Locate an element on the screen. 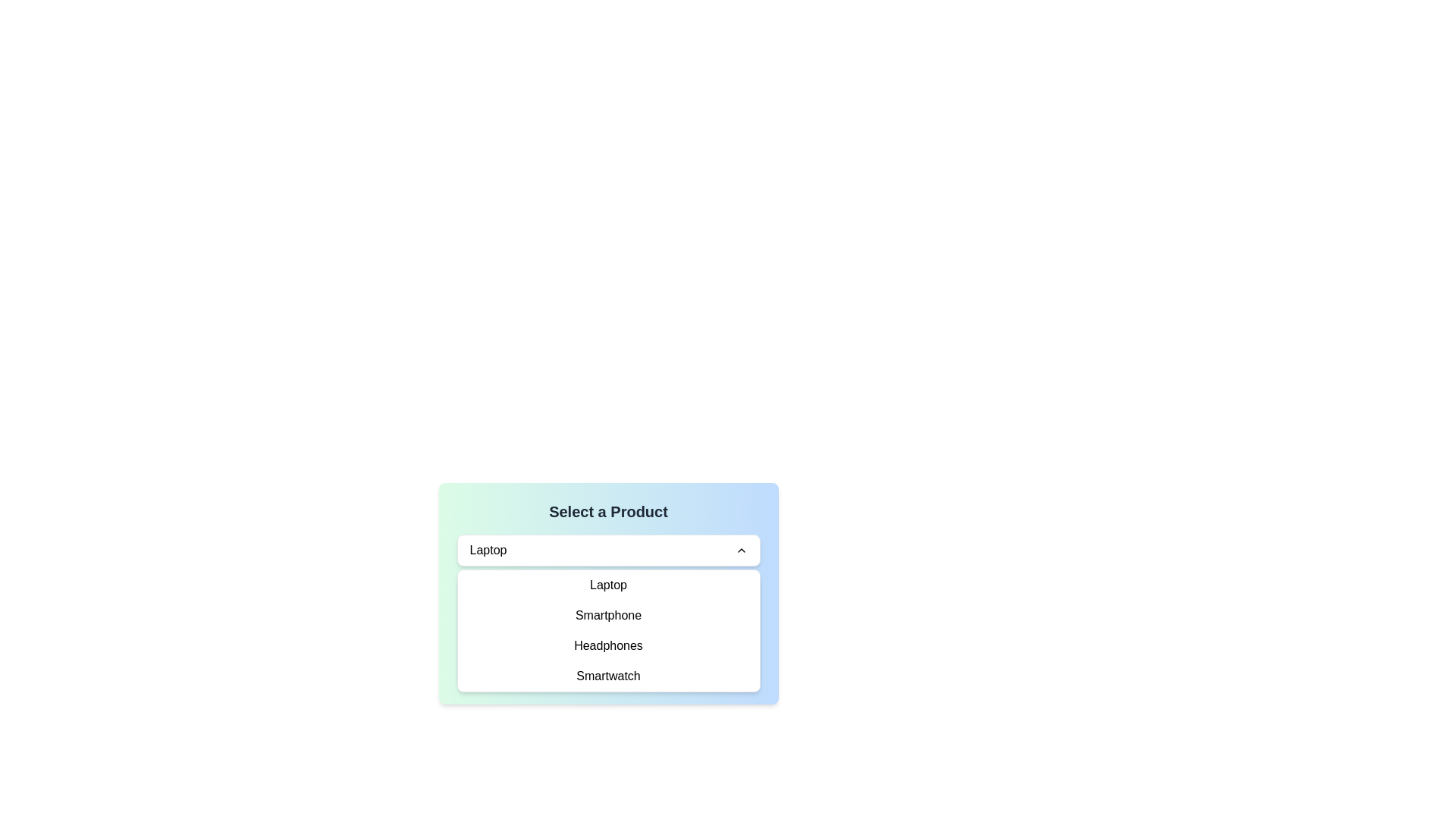 The height and width of the screenshot is (819, 1456). the 'Laptop' text element in the dropdown menu is located at coordinates (608, 584).